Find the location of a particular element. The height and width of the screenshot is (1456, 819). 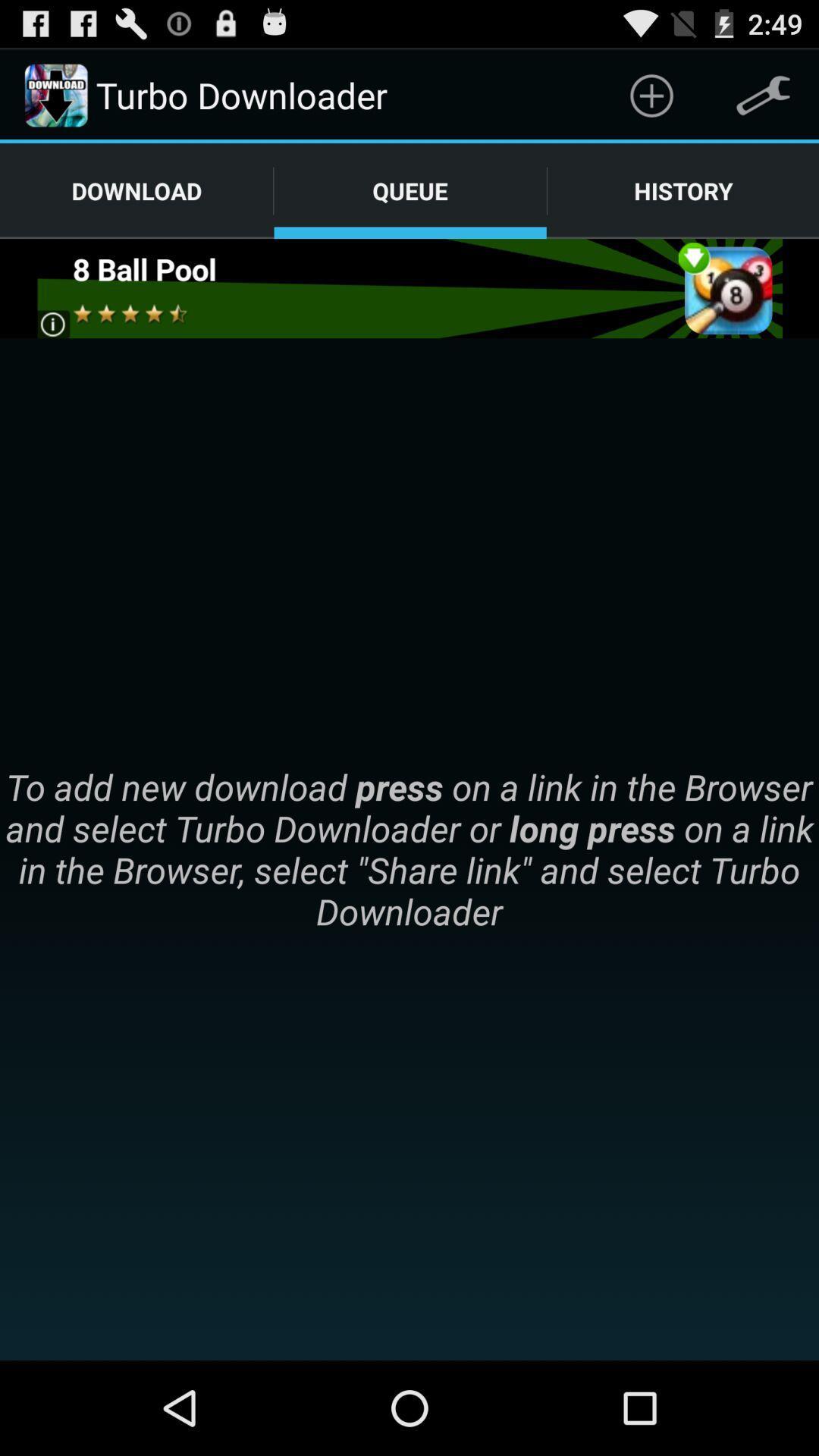

an advertisement of a mobile game is located at coordinates (408, 288).